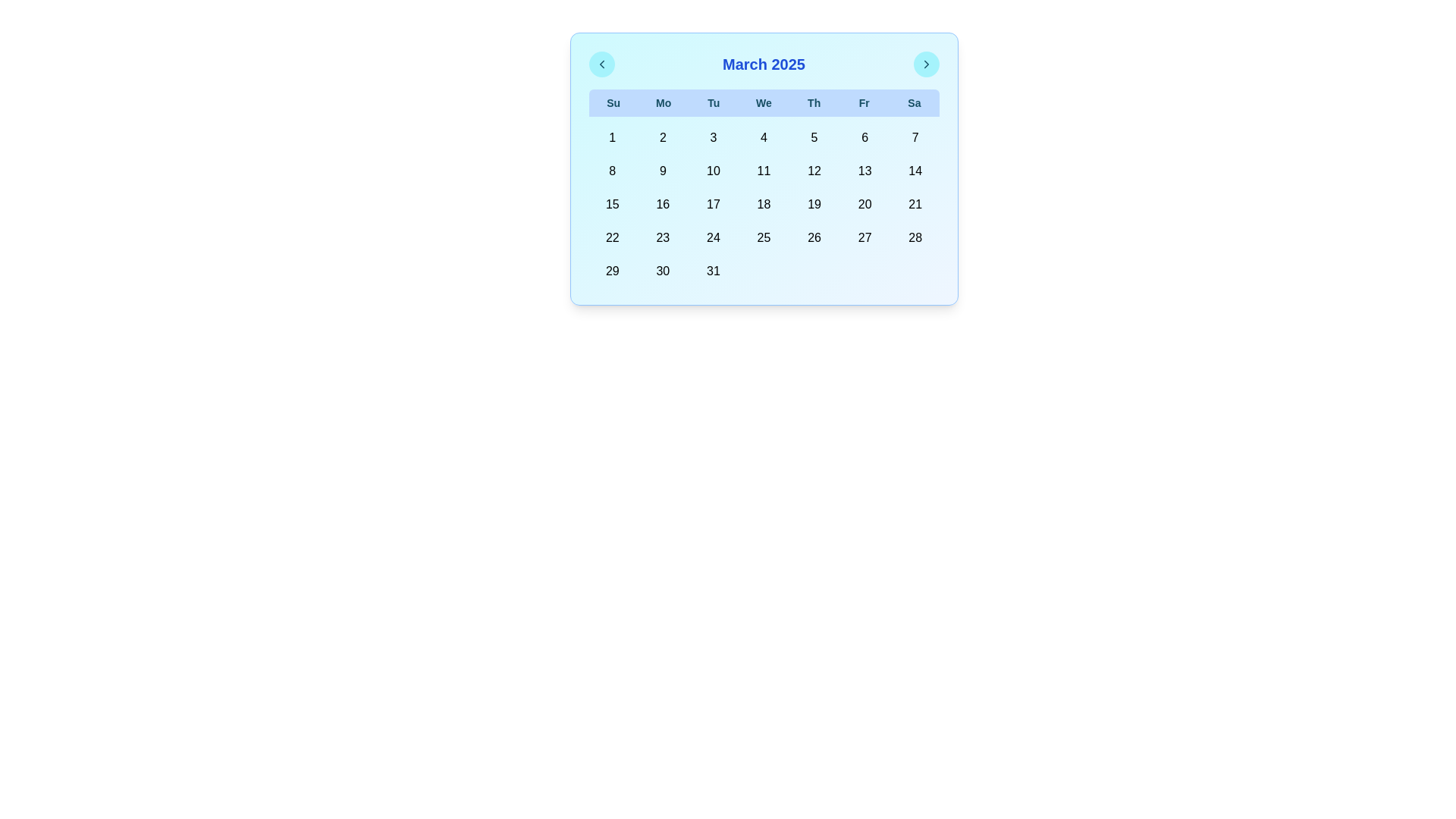 This screenshot has height=819, width=1456. What do you see at coordinates (663, 237) in the screenshot?
I see `the calendar grid cell displaying the number '23'` at bounding box center [663, 237].